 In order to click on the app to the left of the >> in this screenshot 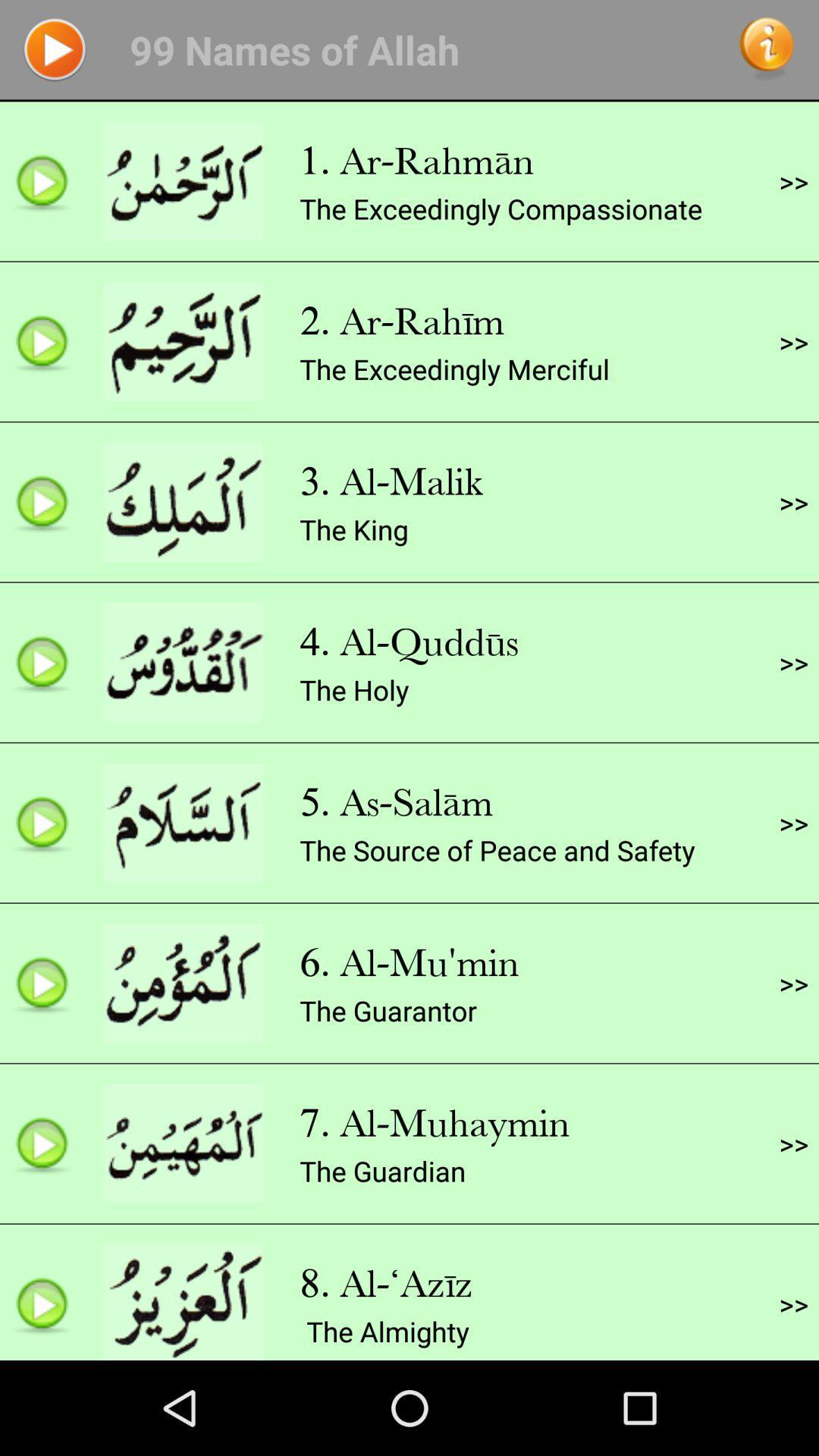, I will do `click(388, 1010)`.